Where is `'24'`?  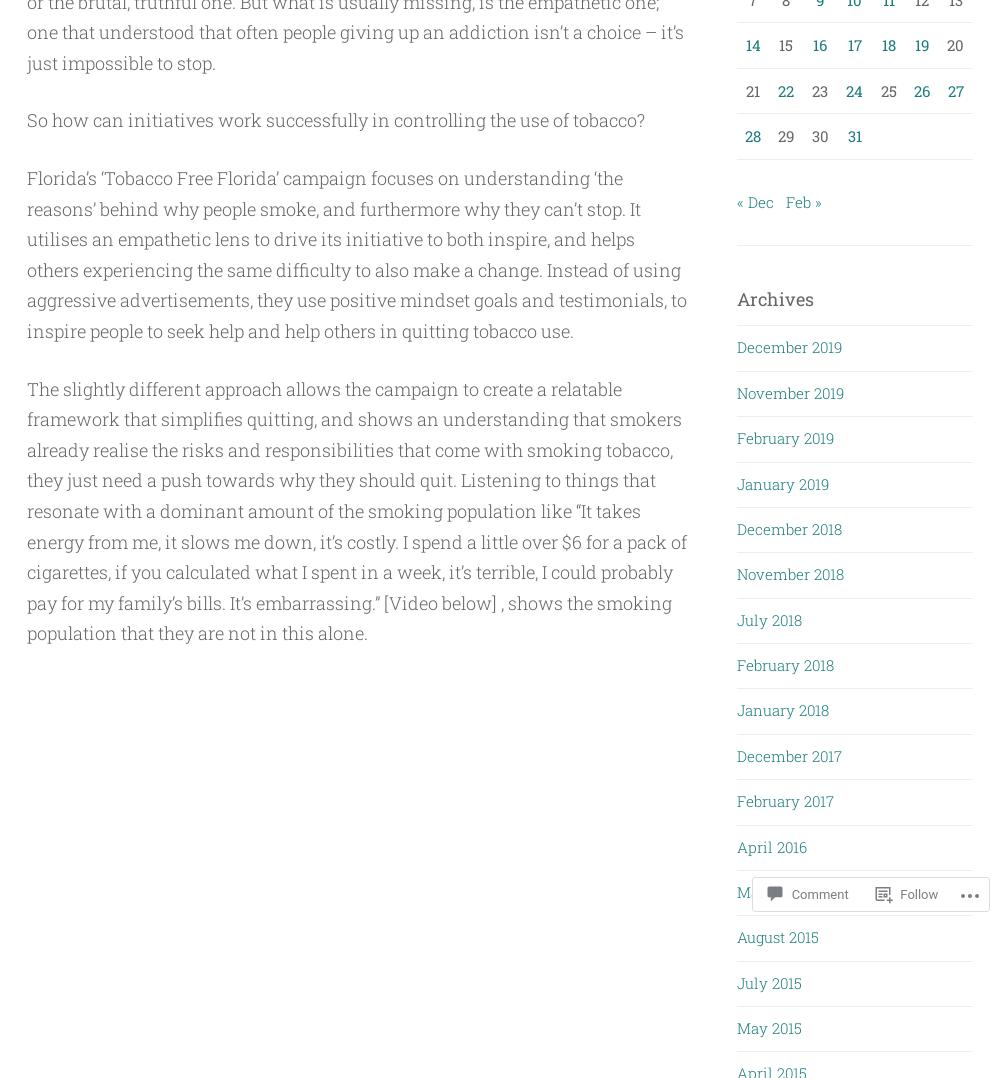 '24' is located at coordinates (845, 89).